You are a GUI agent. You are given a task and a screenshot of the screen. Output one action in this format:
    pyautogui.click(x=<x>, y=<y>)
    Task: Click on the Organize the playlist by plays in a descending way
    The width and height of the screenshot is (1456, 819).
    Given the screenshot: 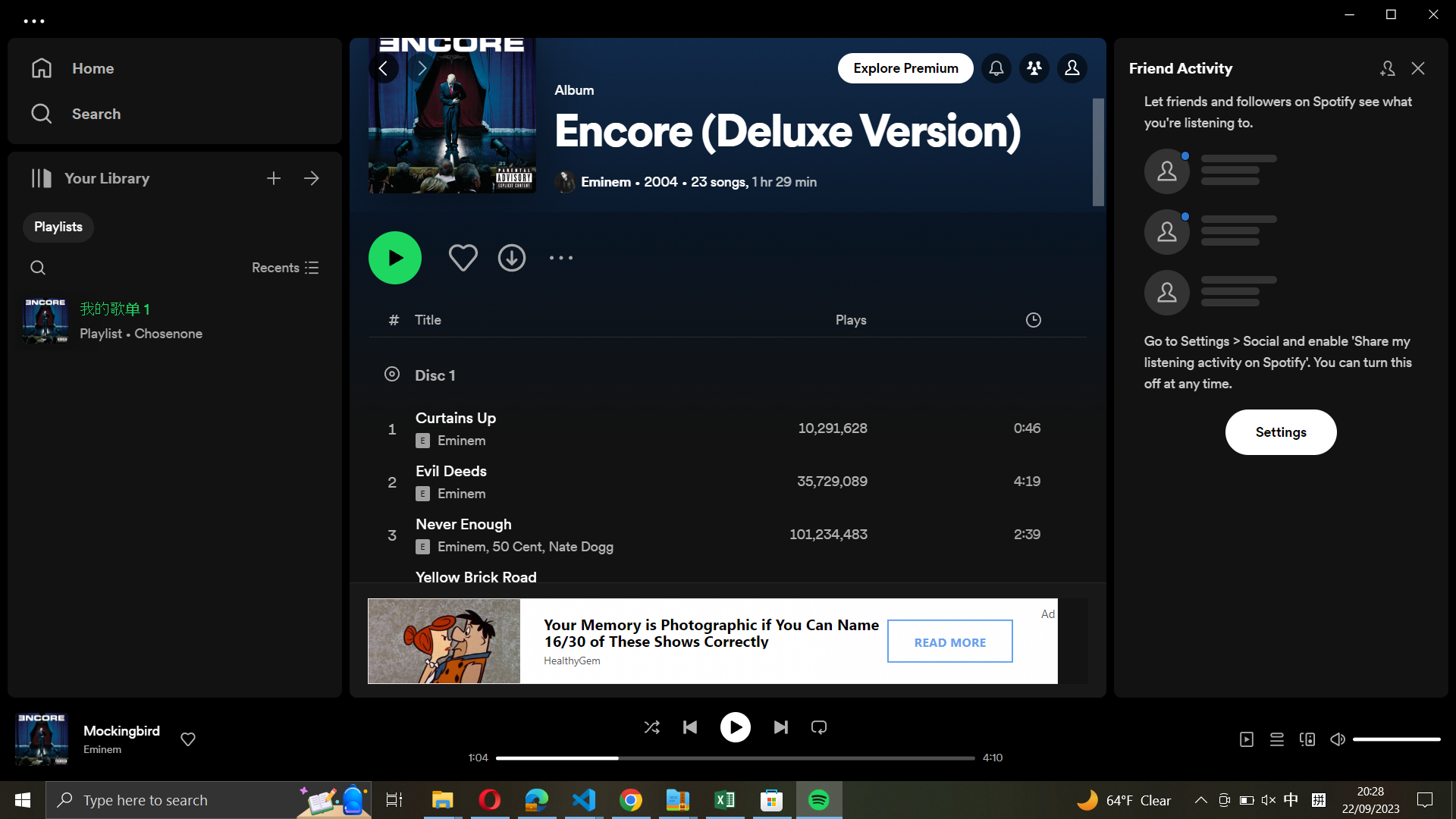 What is the action you would take?
    pyautogui.click(x=908, y=322)
    